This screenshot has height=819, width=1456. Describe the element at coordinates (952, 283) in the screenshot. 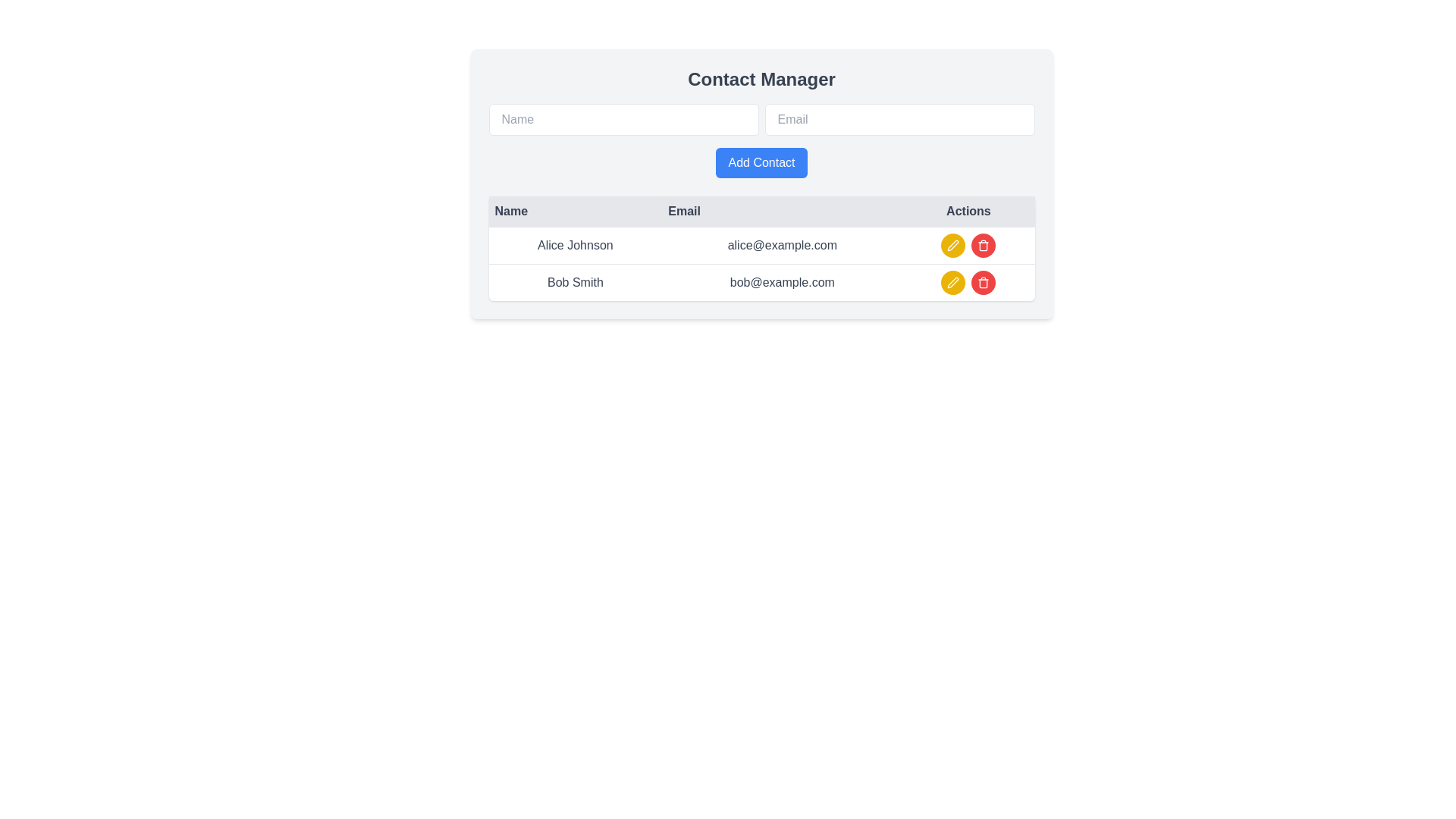

I see `the yellow pen icon button located in the 'Actions' column next to the email 'bob@example.com'` at that location.